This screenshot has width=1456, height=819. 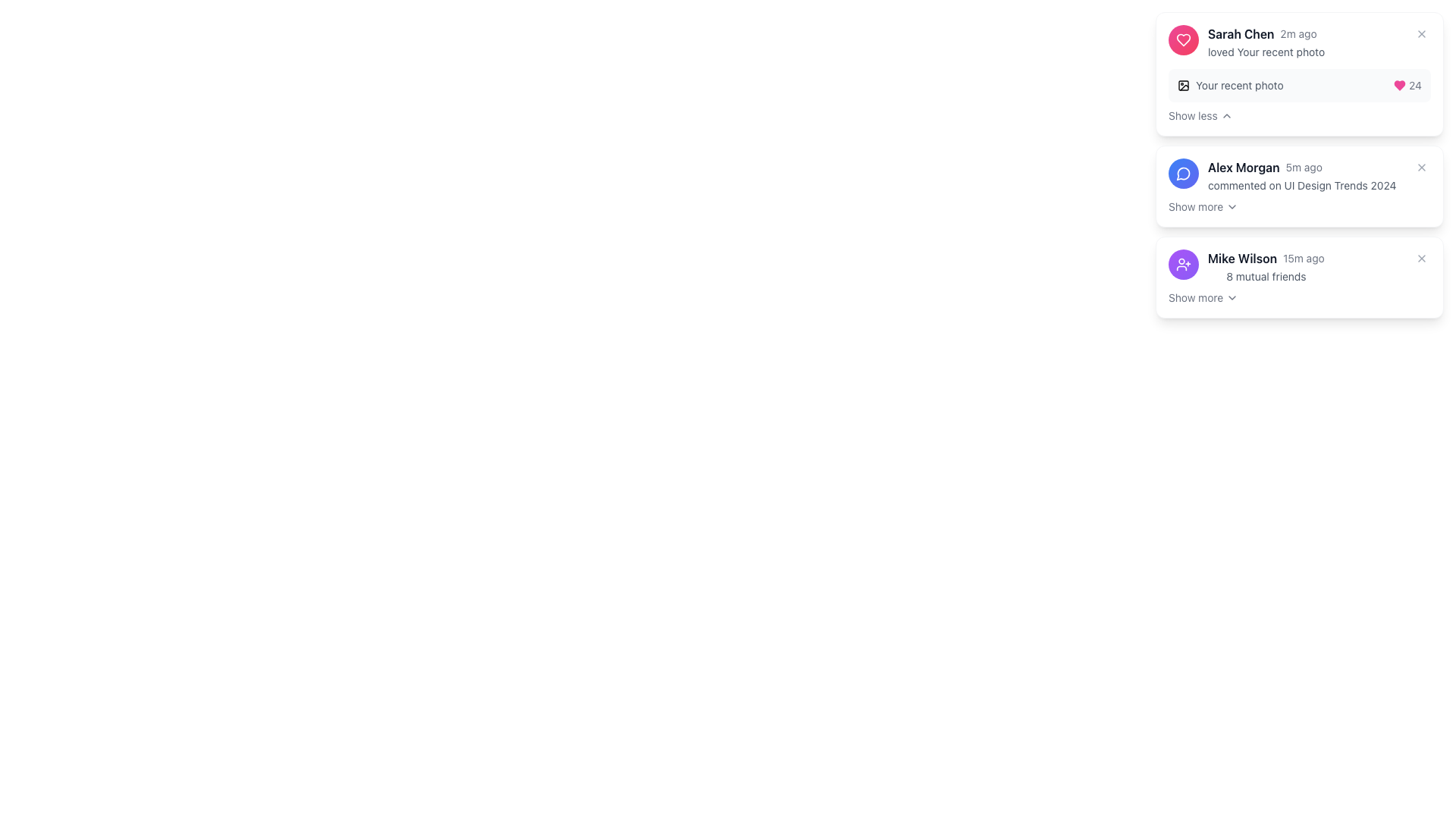 I want to click on the SVG icon located in the bottommost notification card, centrally positioned within a circular purple gradient background, so click(x=1182, y=263).